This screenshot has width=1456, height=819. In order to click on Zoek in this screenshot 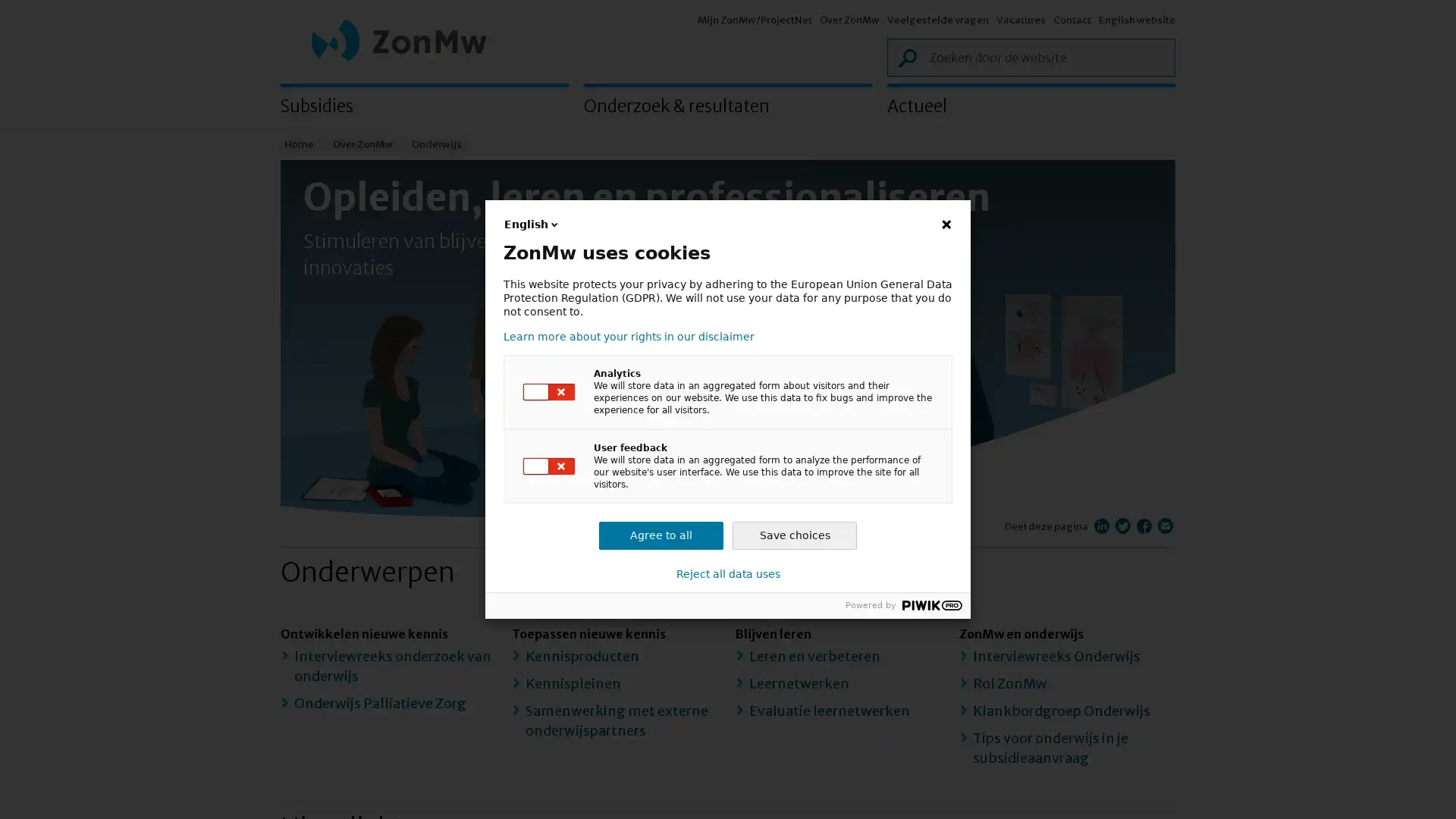, I will do `click(907, 57)`.